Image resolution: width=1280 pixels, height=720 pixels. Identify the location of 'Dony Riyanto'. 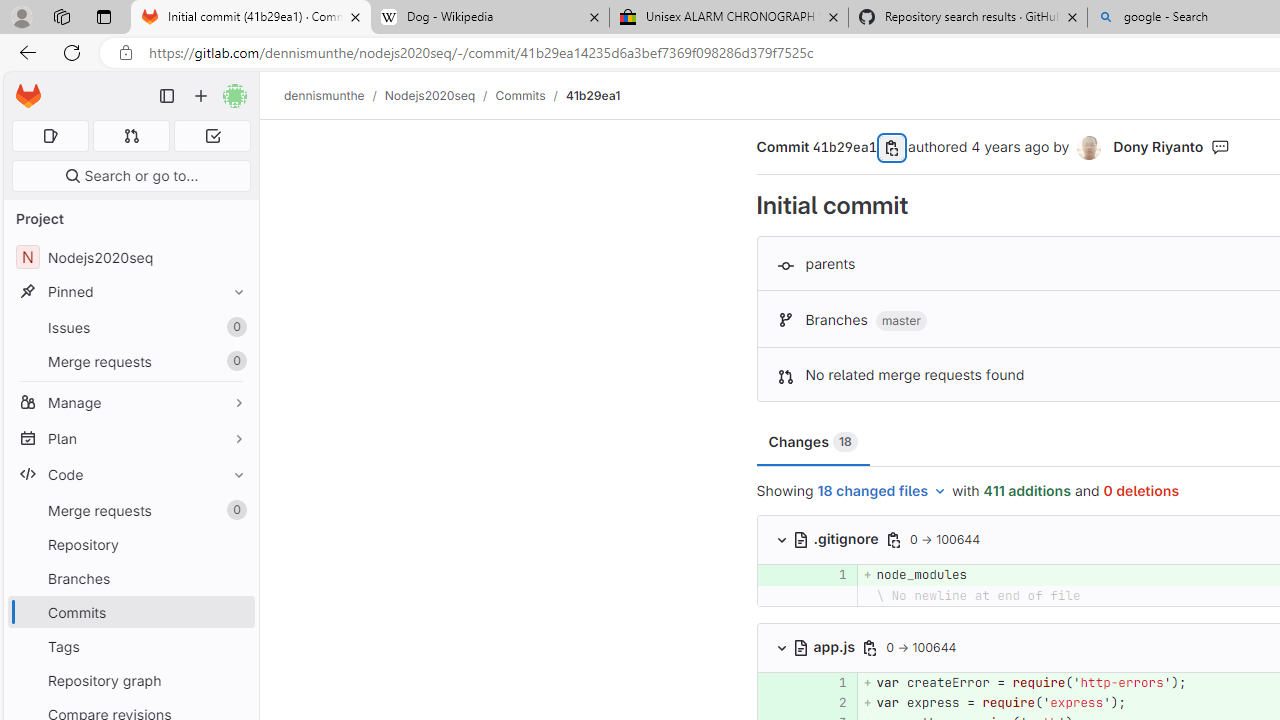
(1090, 147).